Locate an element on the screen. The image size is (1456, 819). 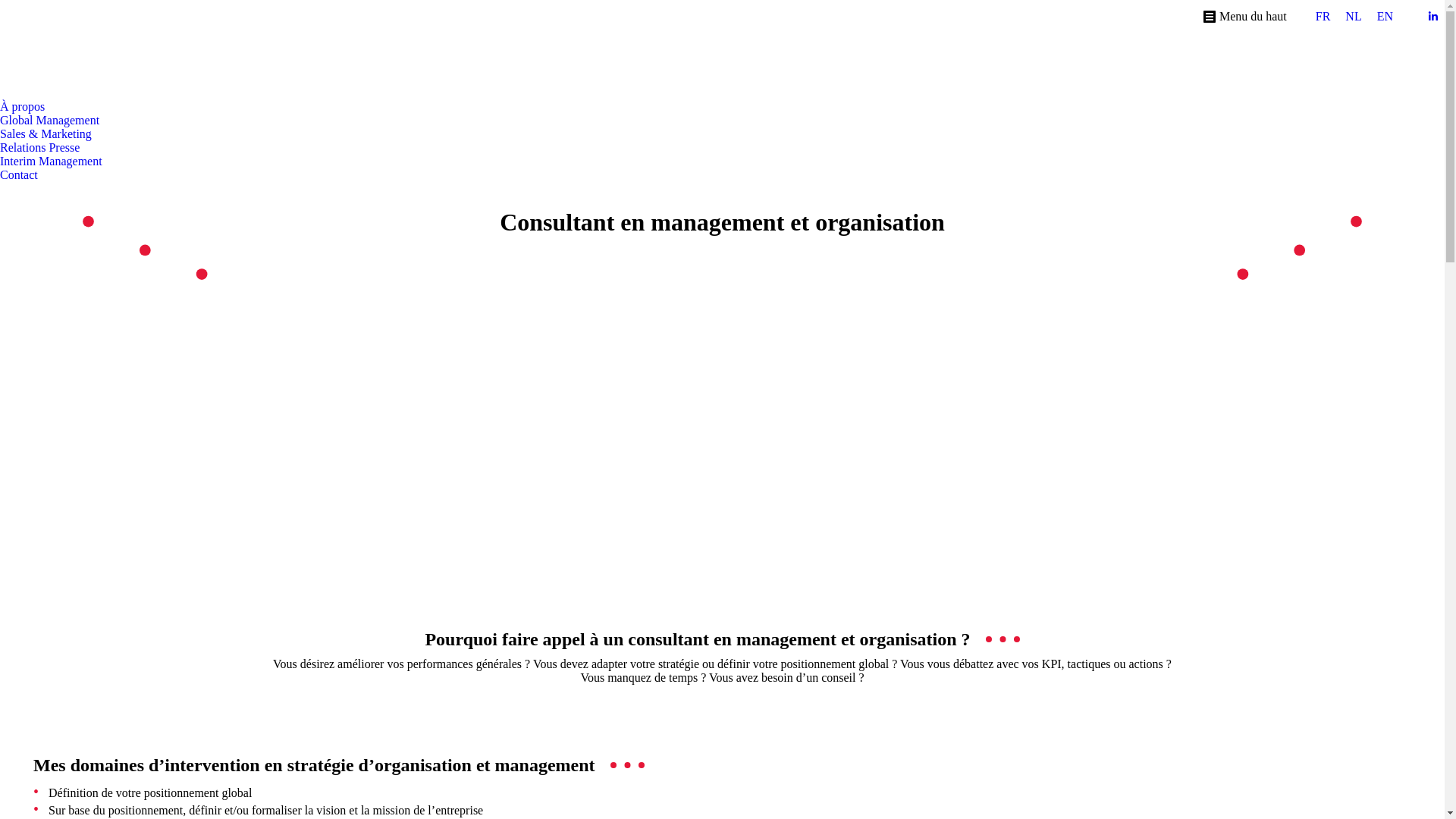
'Sales & Marketing' is located at coordinates (45, 133).